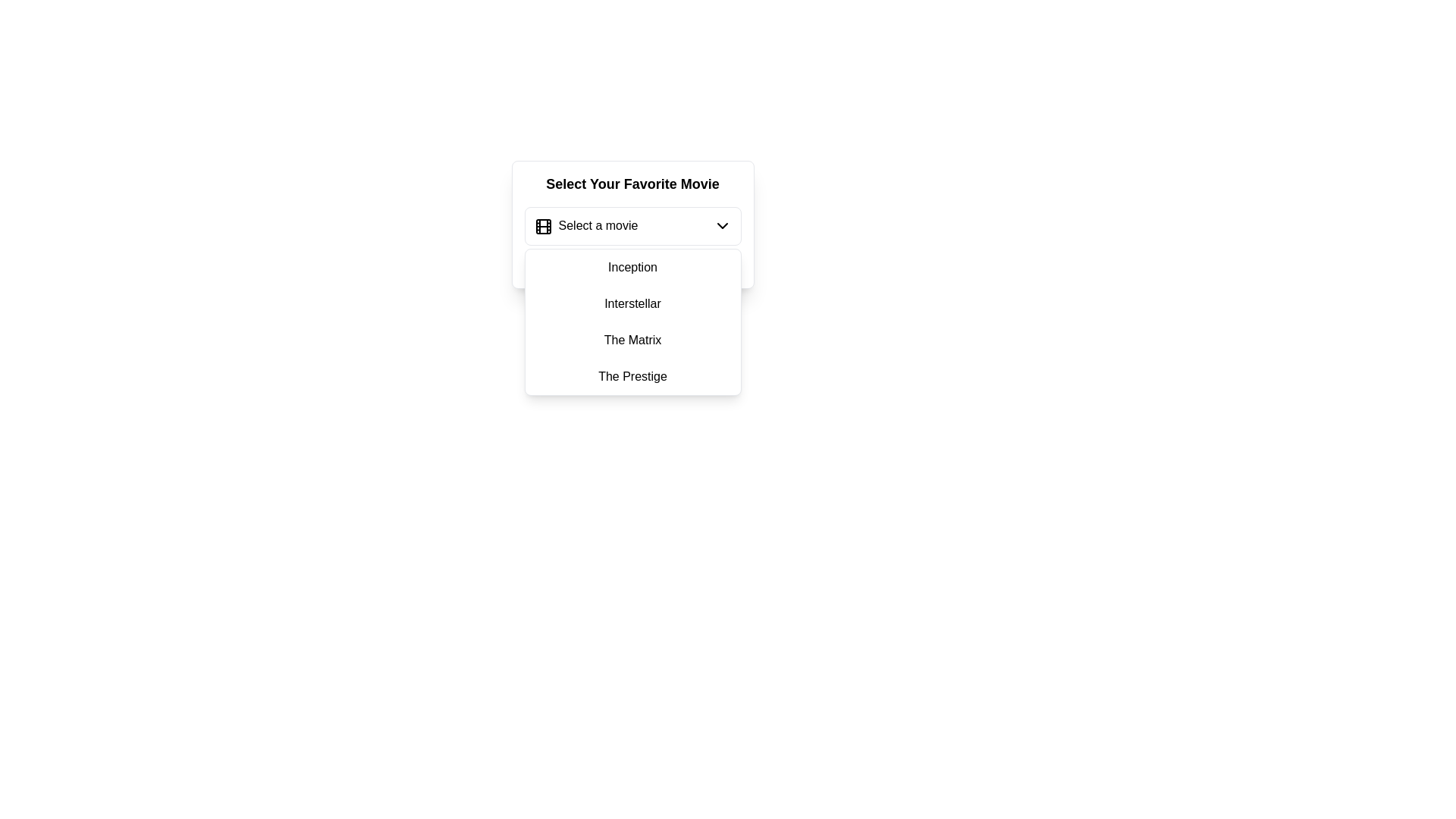 This screenshot has height=819, width=1456. I want to click on the text menu item reading 'The Prestige', so click(632, 375).